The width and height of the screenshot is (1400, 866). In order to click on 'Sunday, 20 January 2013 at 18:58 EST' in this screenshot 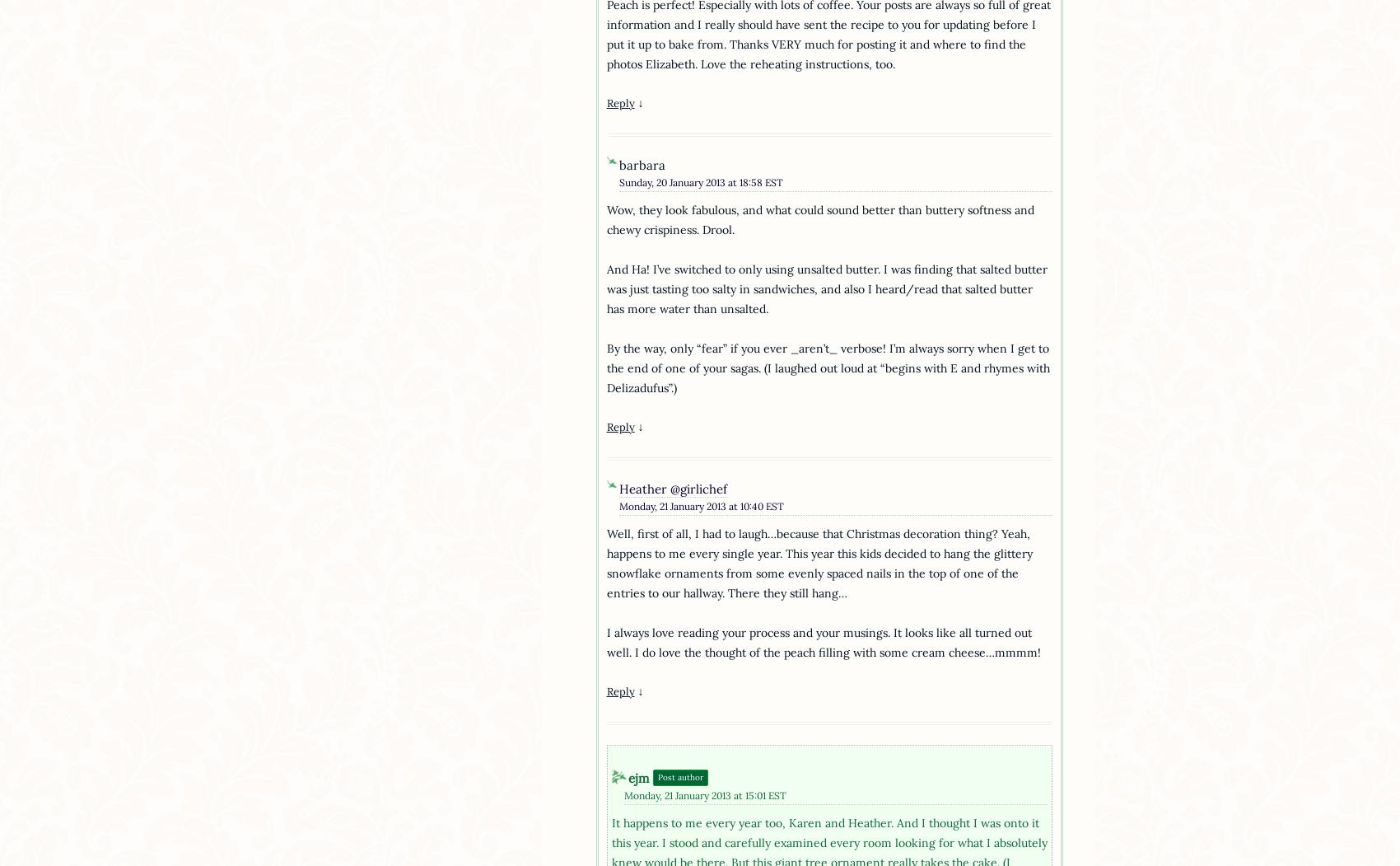, I will do `click(700, 180)`.